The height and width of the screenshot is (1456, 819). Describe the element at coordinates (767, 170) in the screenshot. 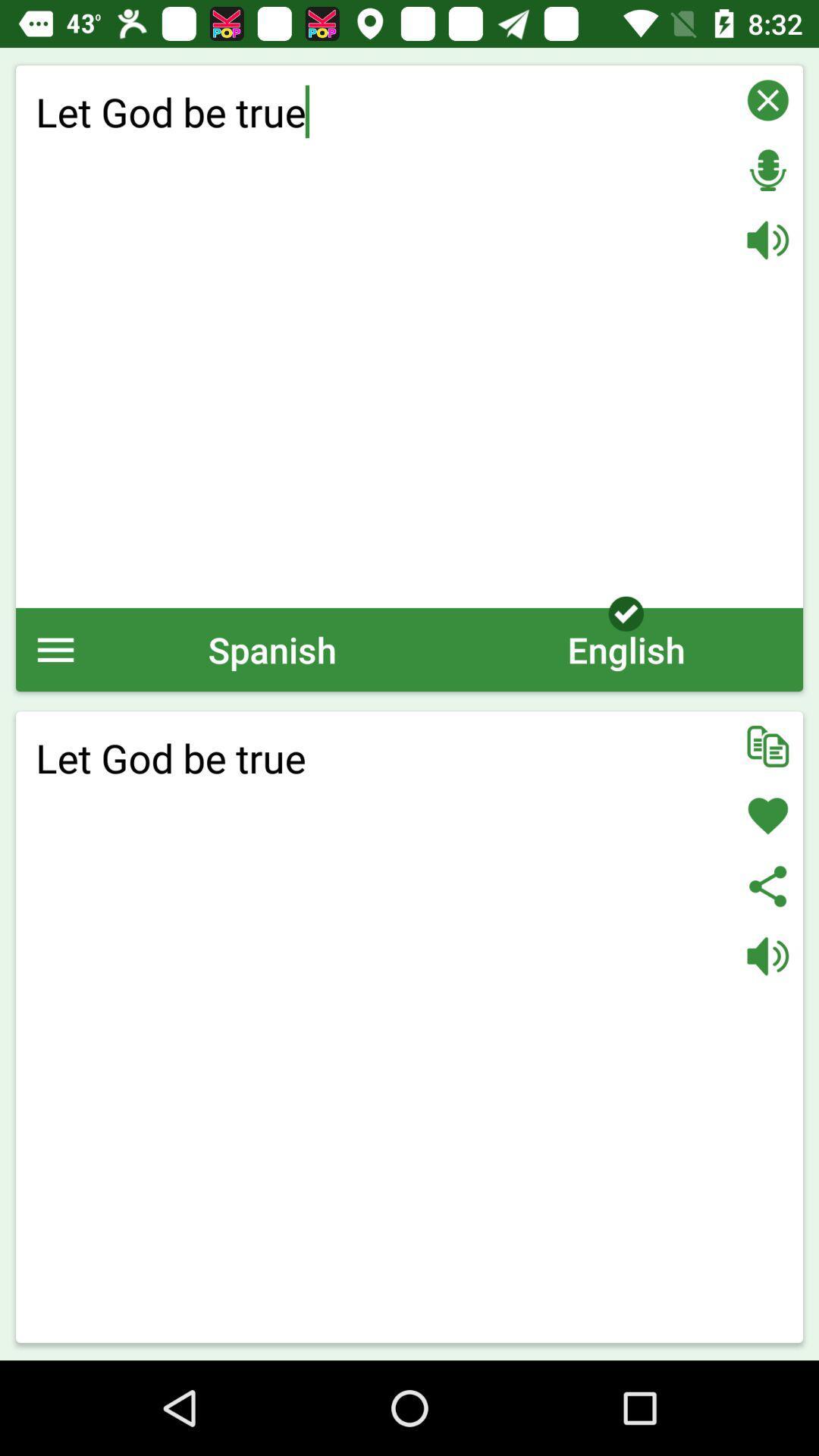

I see `record voice` at that location.